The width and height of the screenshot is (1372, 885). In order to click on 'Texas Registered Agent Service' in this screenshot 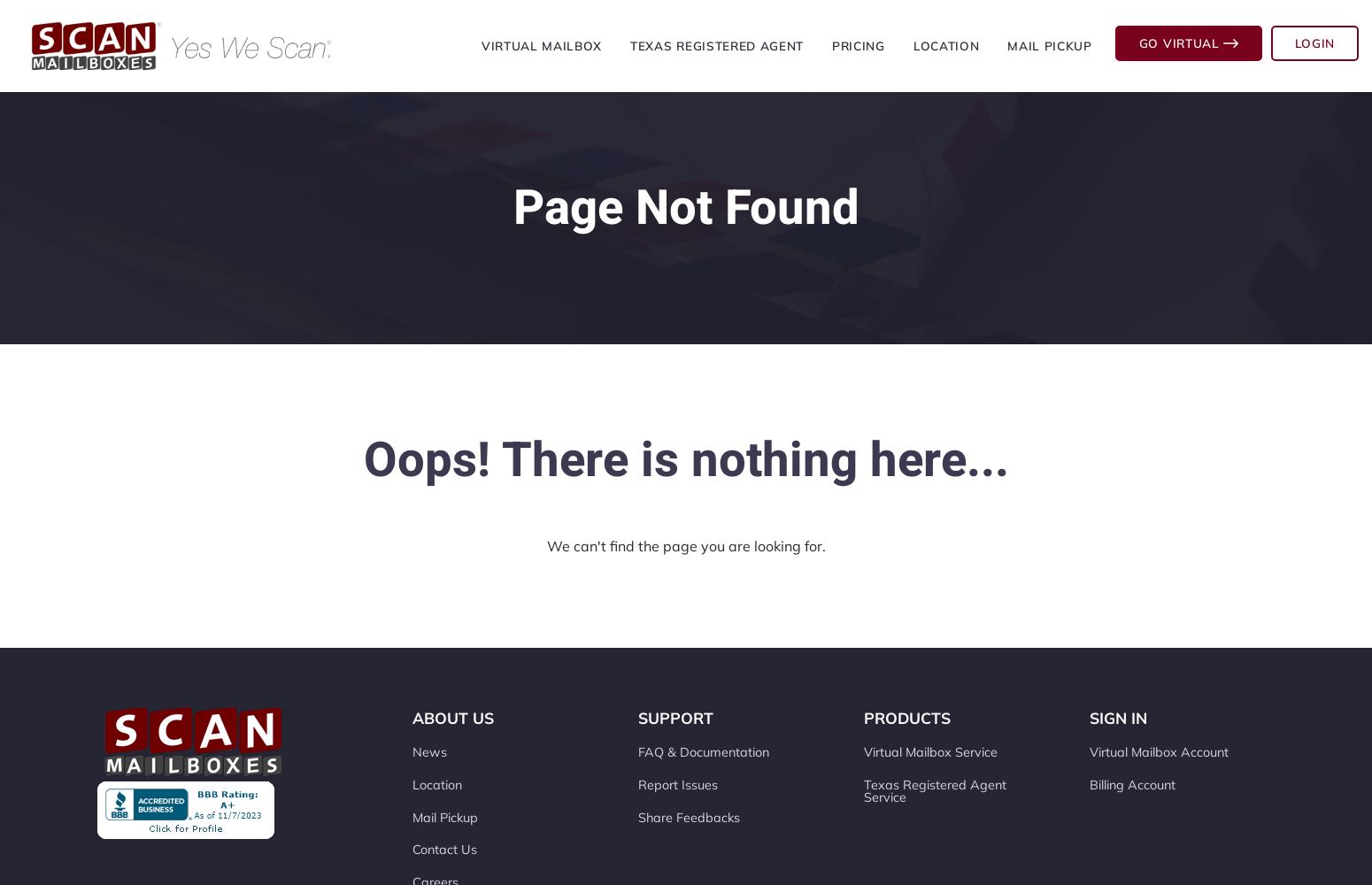, I will do `click(863, 790)`.